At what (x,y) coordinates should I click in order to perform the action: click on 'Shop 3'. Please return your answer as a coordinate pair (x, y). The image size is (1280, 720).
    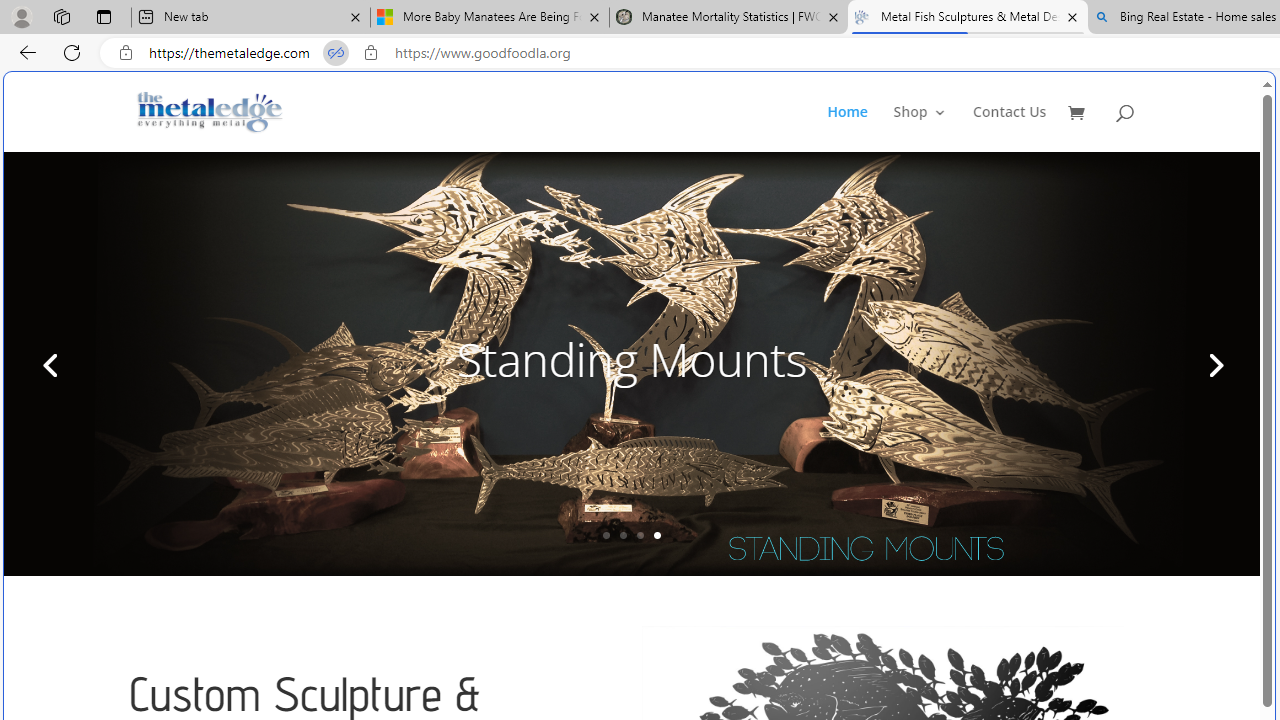
    Looking at the image, I should click on (919, 128).